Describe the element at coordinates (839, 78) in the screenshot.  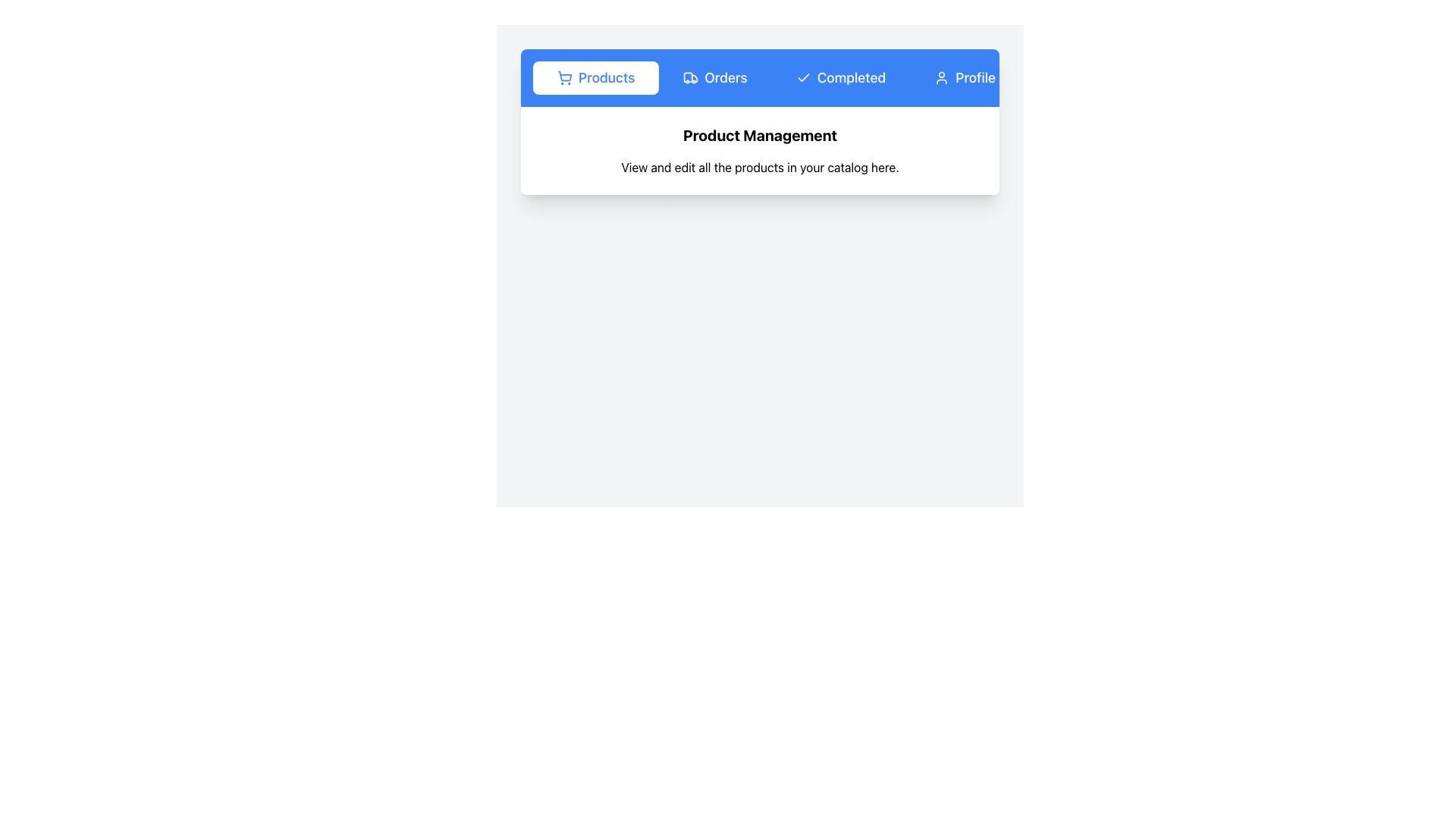
I see `the 'Completed' button, which has a blue background and white text with a checkmark icon, located between the 'Orders' and 'Profile' buttons` at that location.